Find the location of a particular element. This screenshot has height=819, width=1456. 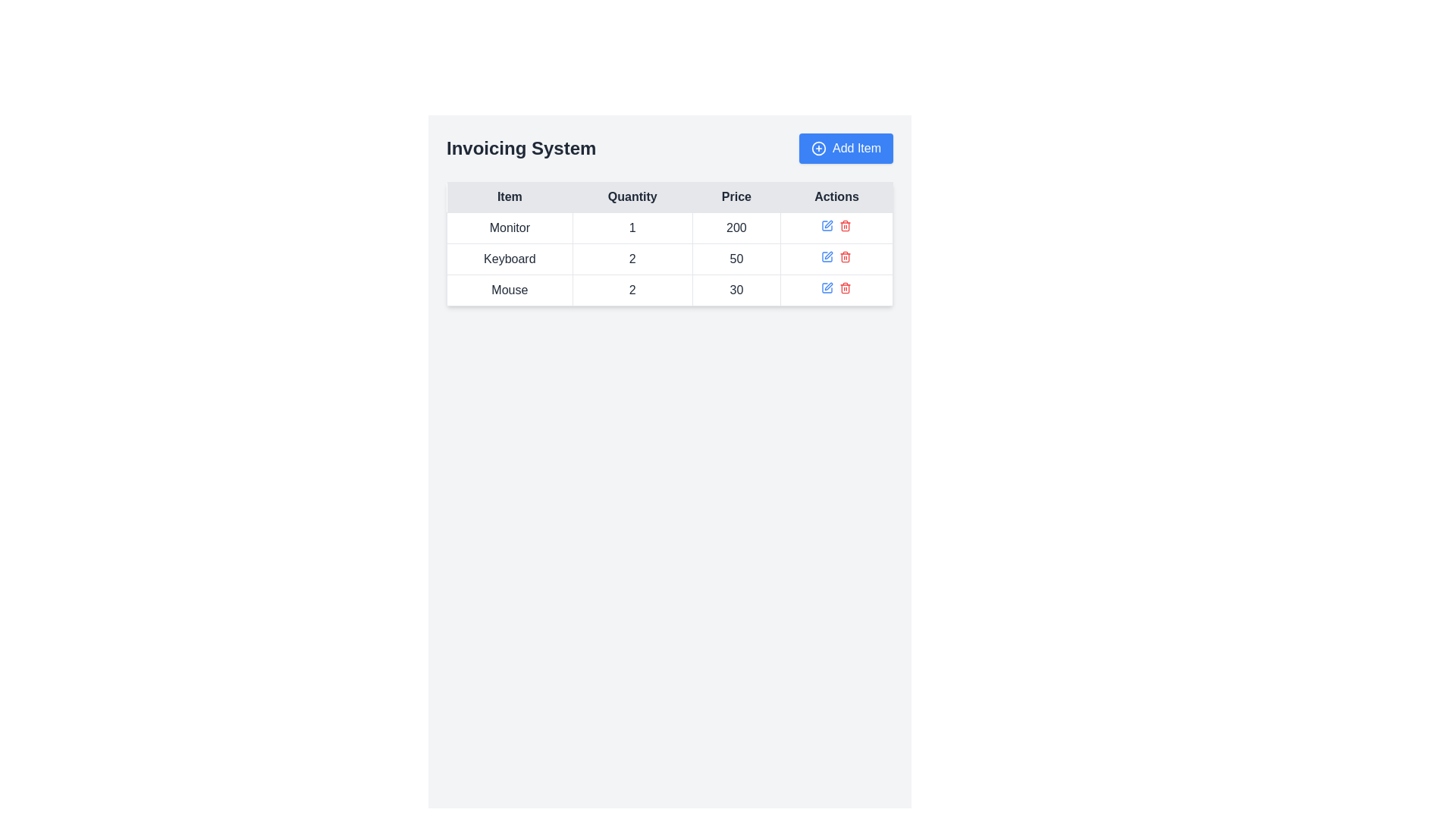

text of the Text label in the second row of the table under the 'Item' column, which serves as a label for an item in a list of products or categories is located at coordinates (510, 259).